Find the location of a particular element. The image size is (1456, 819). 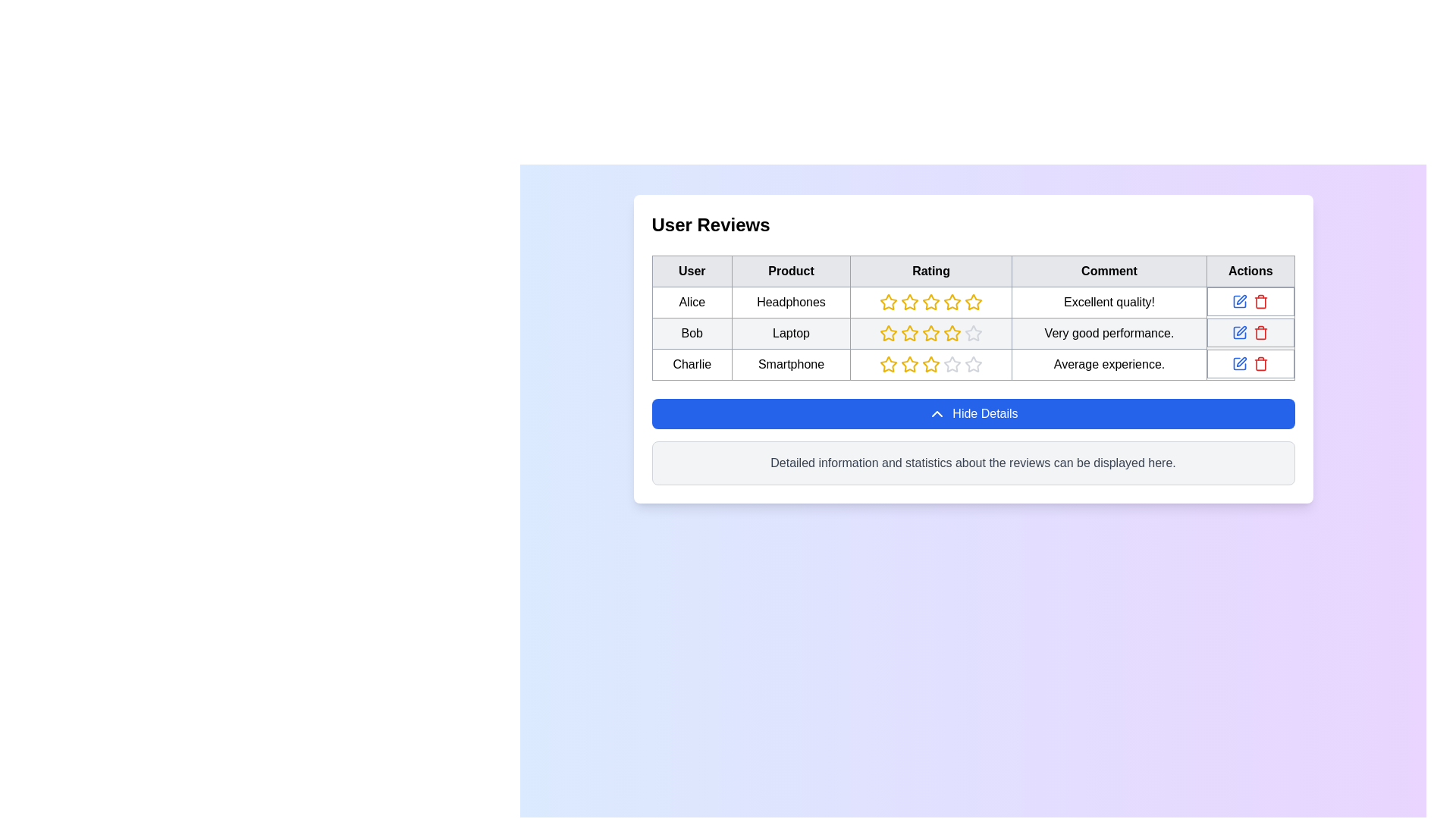

the text label that serves as the title for the user reviews section, located at the top-left corner of the reviews module is located at coordinates (710, 225).